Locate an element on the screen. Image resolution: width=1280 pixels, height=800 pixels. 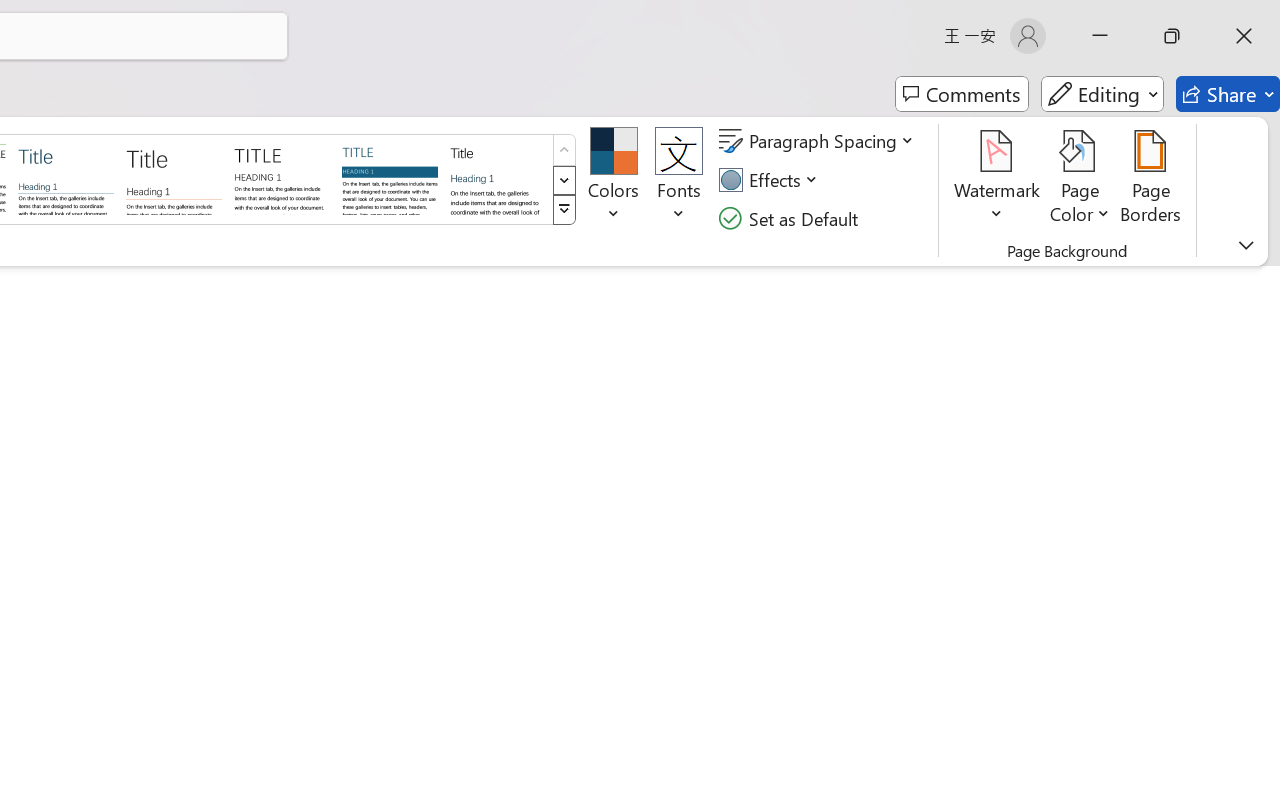
'Page Borders...' is located at coordinates (1151, 179).